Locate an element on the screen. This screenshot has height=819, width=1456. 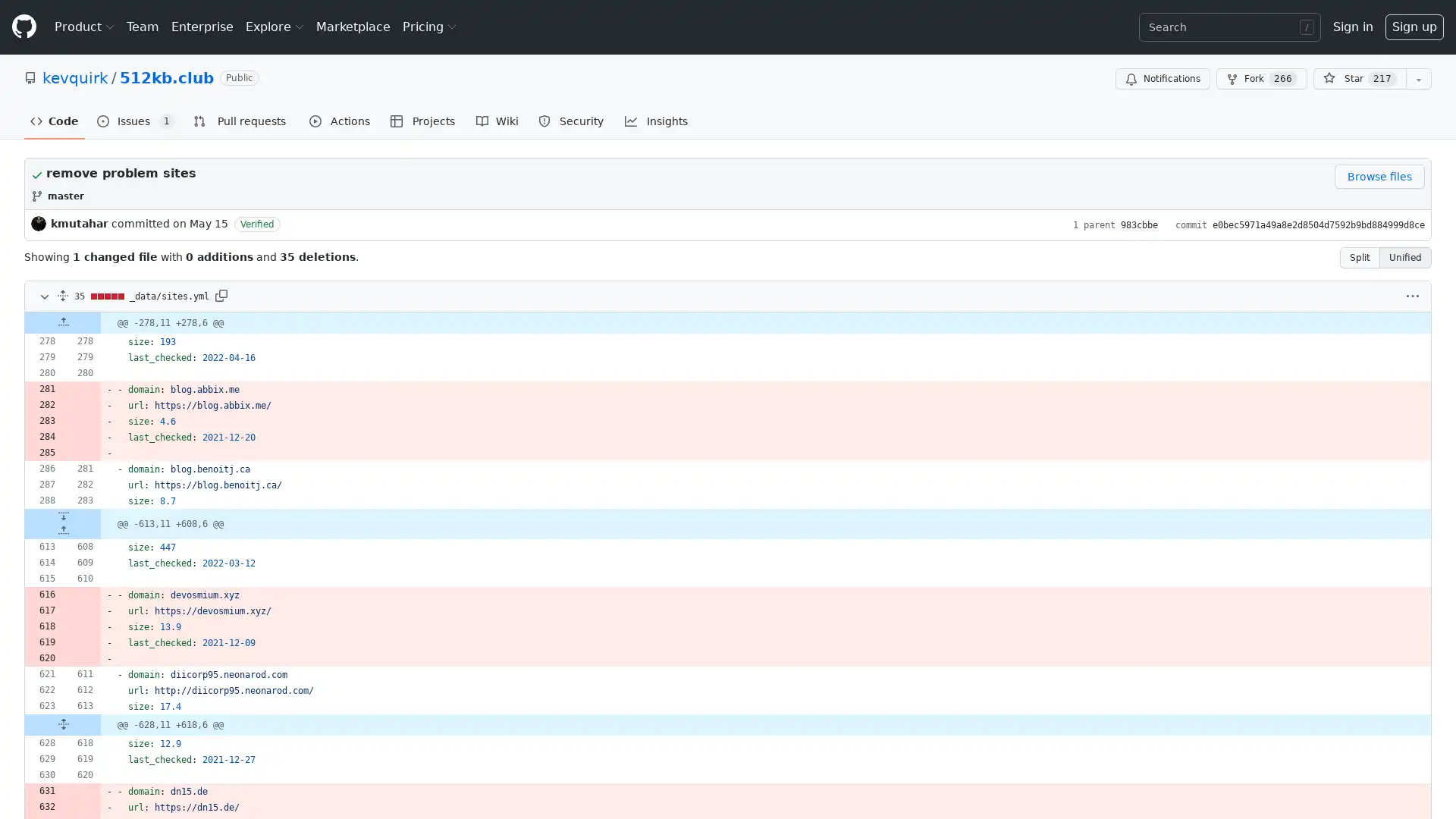
Unified is located at coordinates (1404, 256).